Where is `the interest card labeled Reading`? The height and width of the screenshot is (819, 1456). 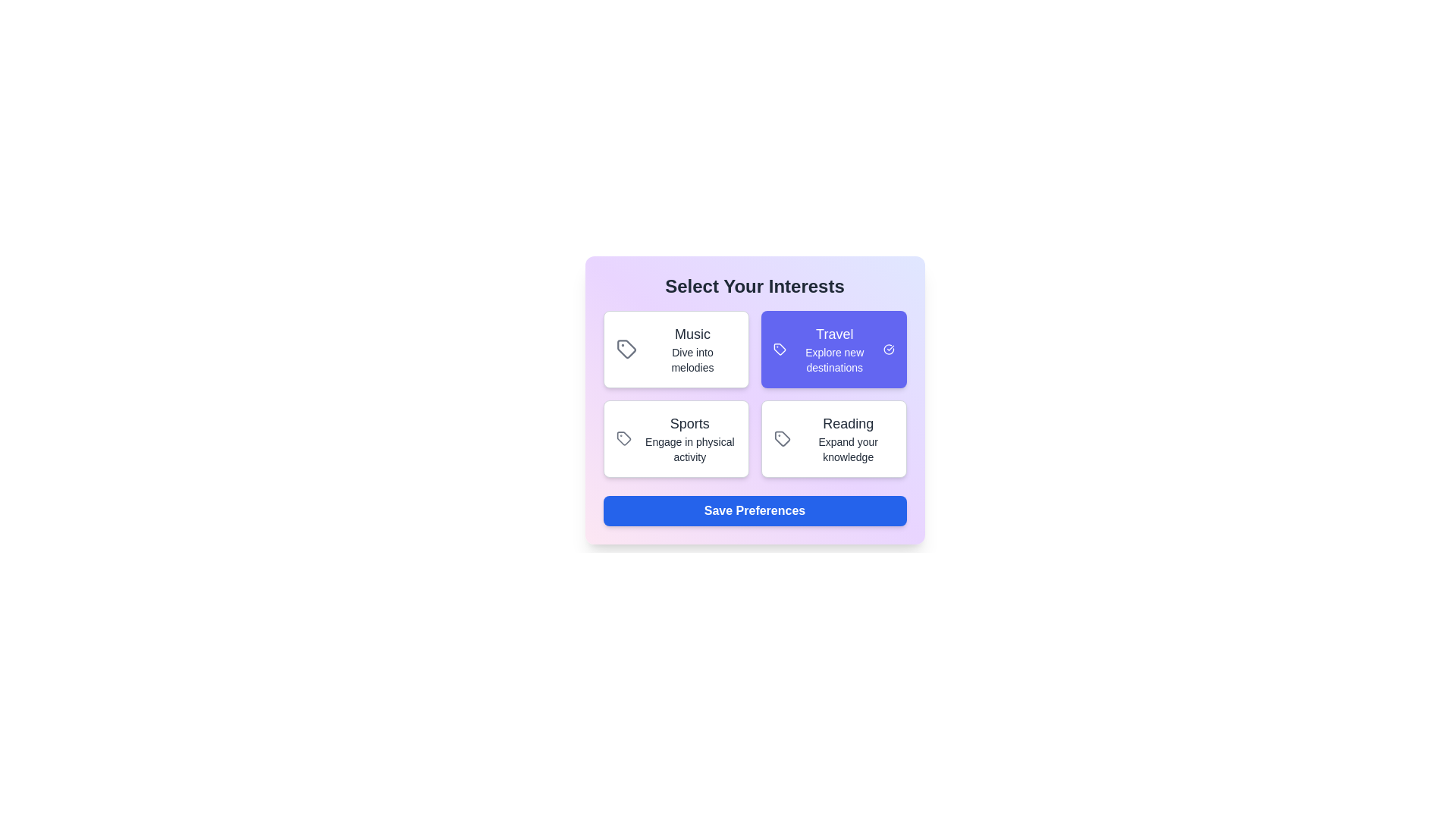 the interest card labeled Reading is located at coordinates (833, 438).